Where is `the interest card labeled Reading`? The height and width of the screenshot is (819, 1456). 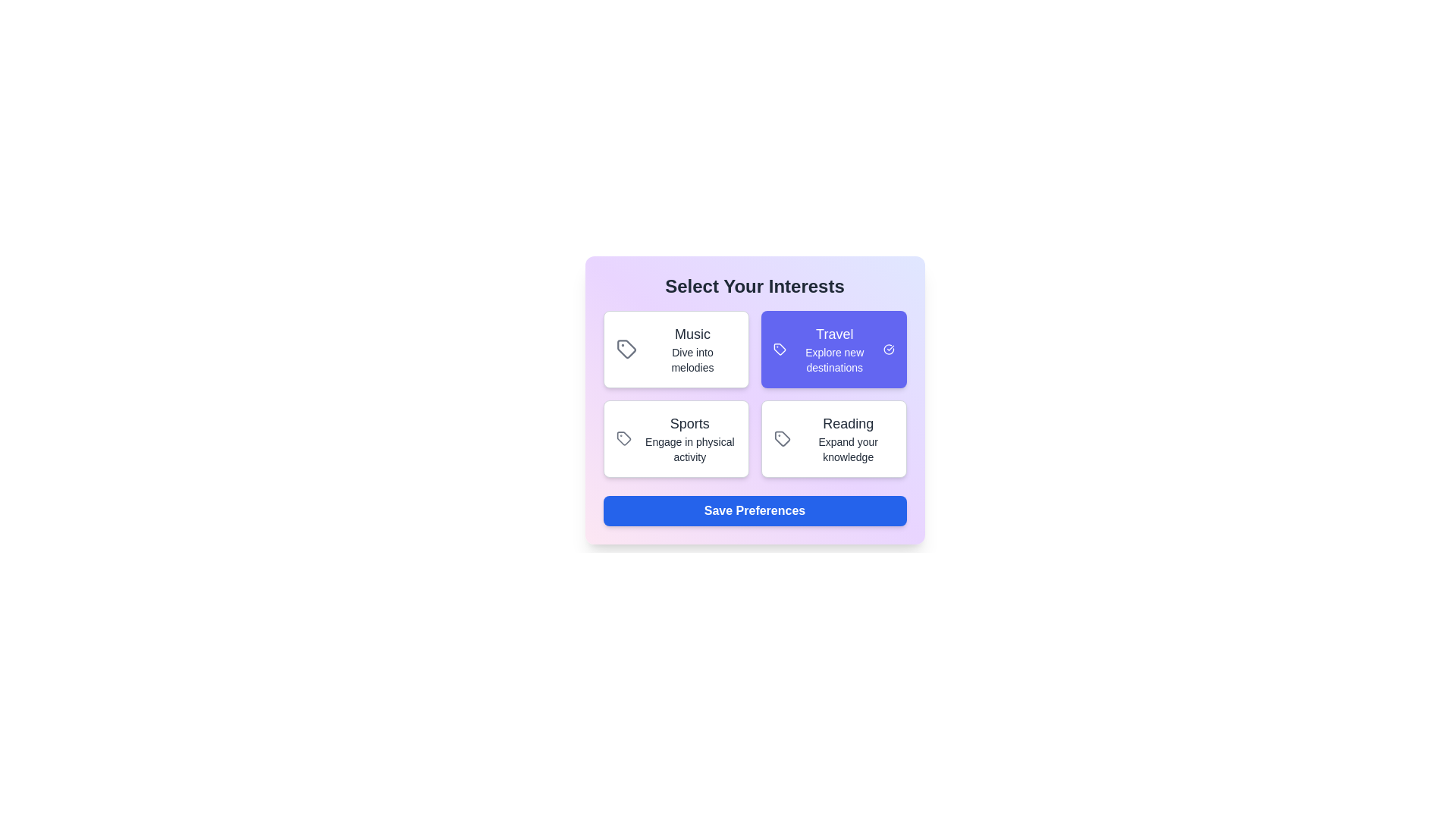 the interest card labeled Reading is located at coordinates (833, 438).